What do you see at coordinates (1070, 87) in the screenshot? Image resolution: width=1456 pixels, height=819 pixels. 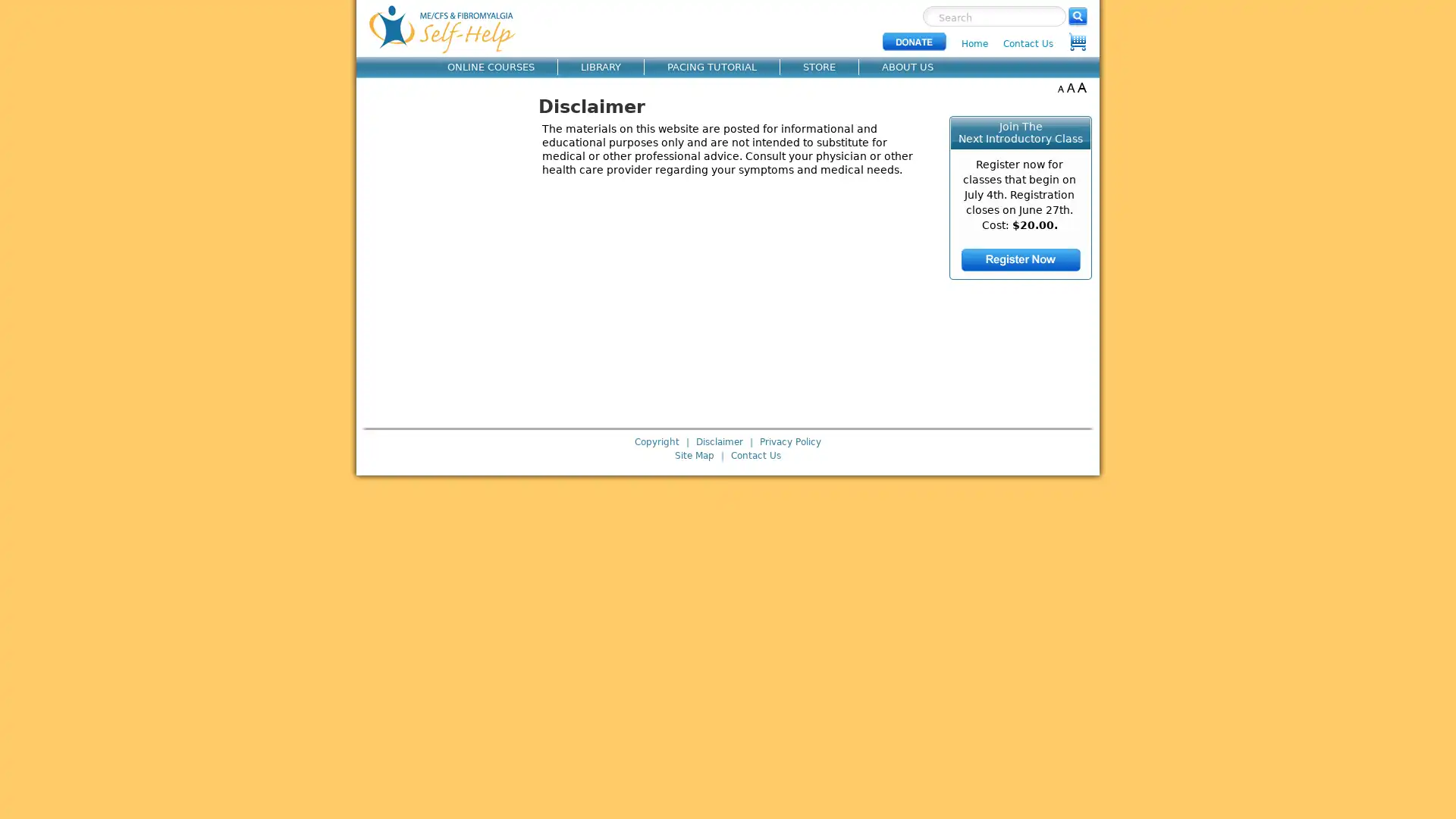 I see `A` at bounding box center [1070, 87].